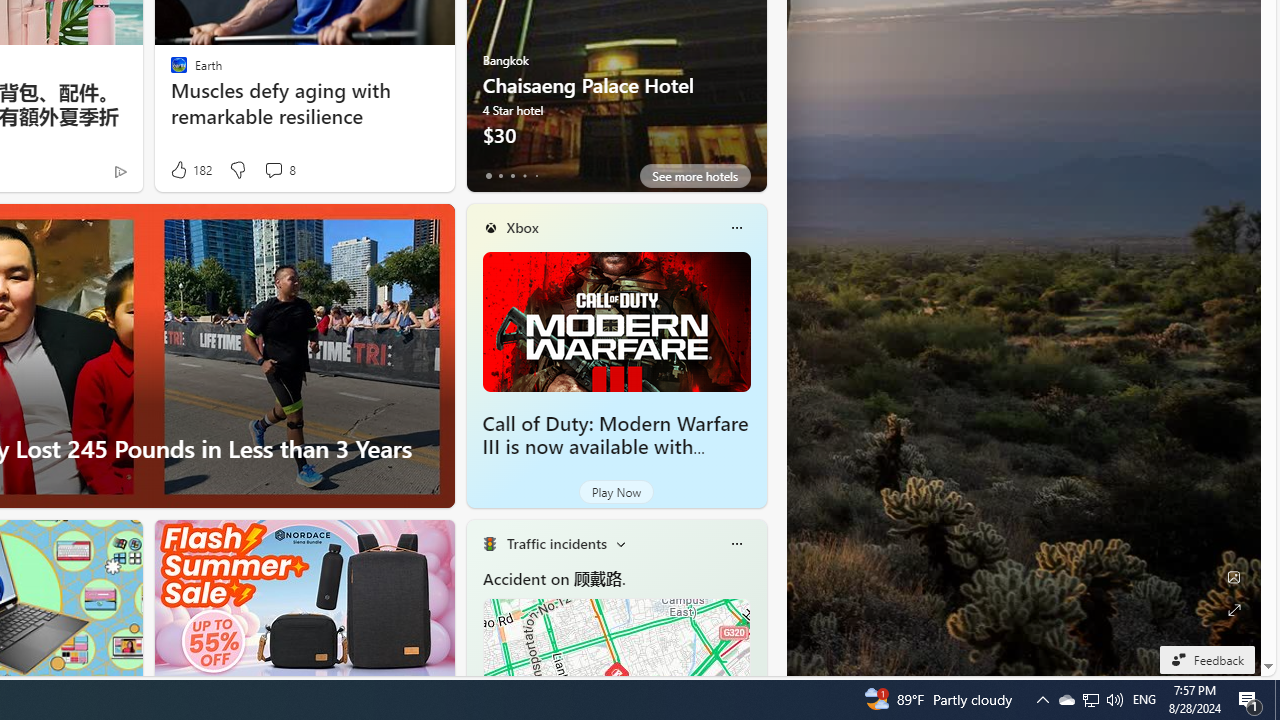 The image size is (1280, 720). Describe the element at coordinates (237, 169) in the screenshot. I see `'Dislike'` at that location.